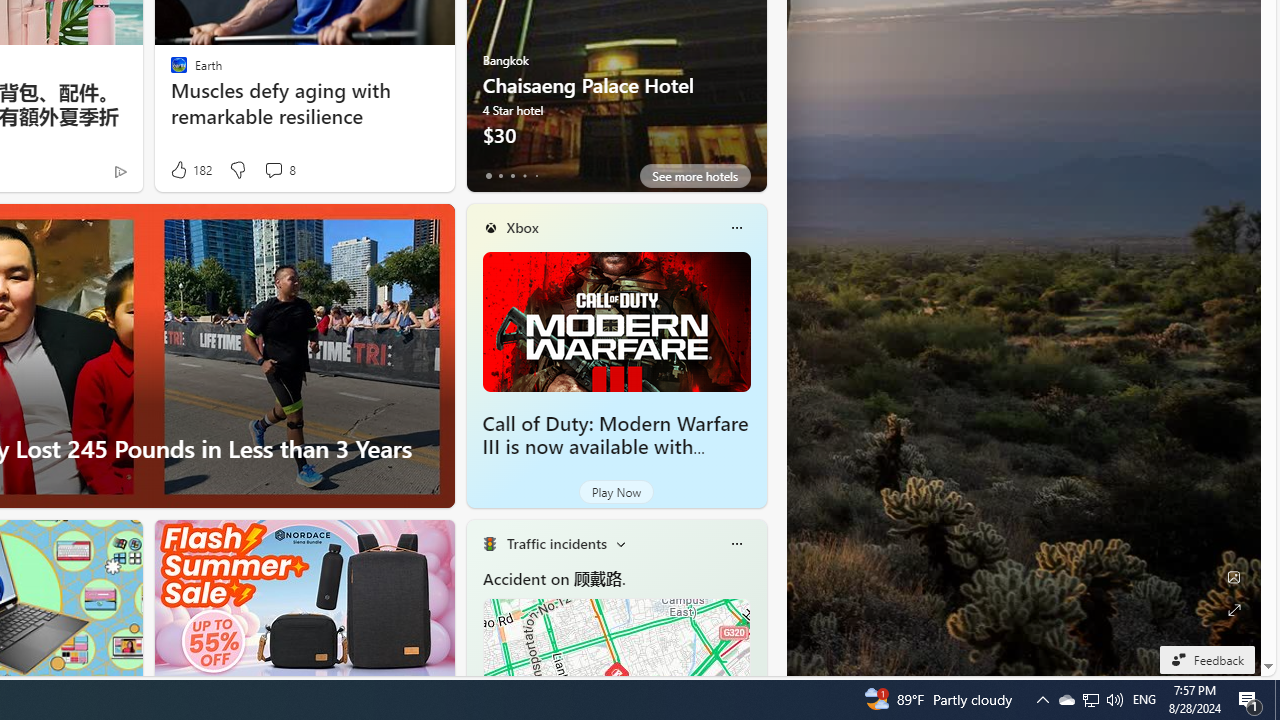 The image size is (1280, 720). Describe the element at coordinates (237, 169) in the screenshot. I see `'Dislike'` at that location.